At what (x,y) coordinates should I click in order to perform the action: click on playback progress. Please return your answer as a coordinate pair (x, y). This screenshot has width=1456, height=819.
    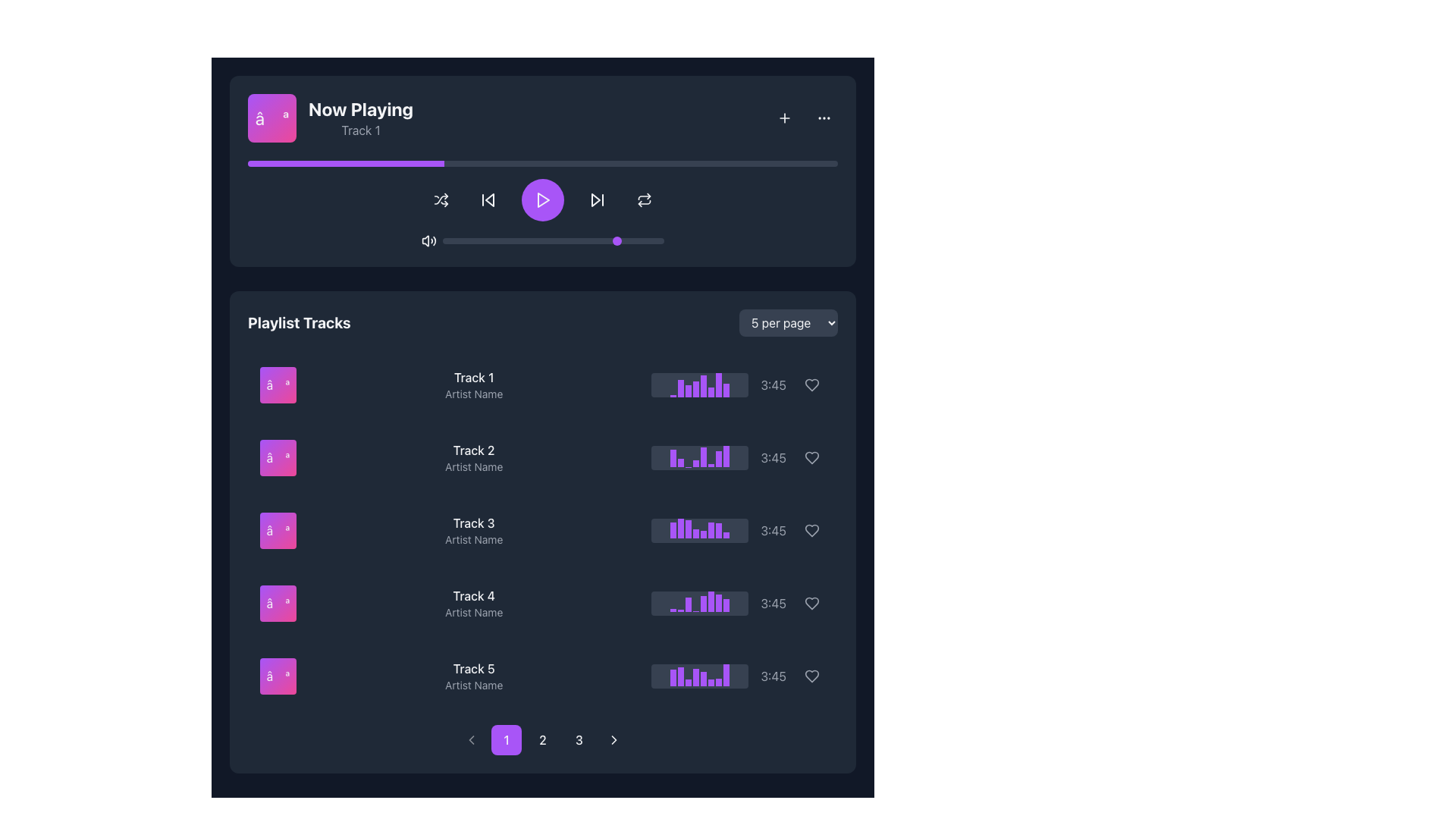
    Looking at the image, I should click on (737, 164).